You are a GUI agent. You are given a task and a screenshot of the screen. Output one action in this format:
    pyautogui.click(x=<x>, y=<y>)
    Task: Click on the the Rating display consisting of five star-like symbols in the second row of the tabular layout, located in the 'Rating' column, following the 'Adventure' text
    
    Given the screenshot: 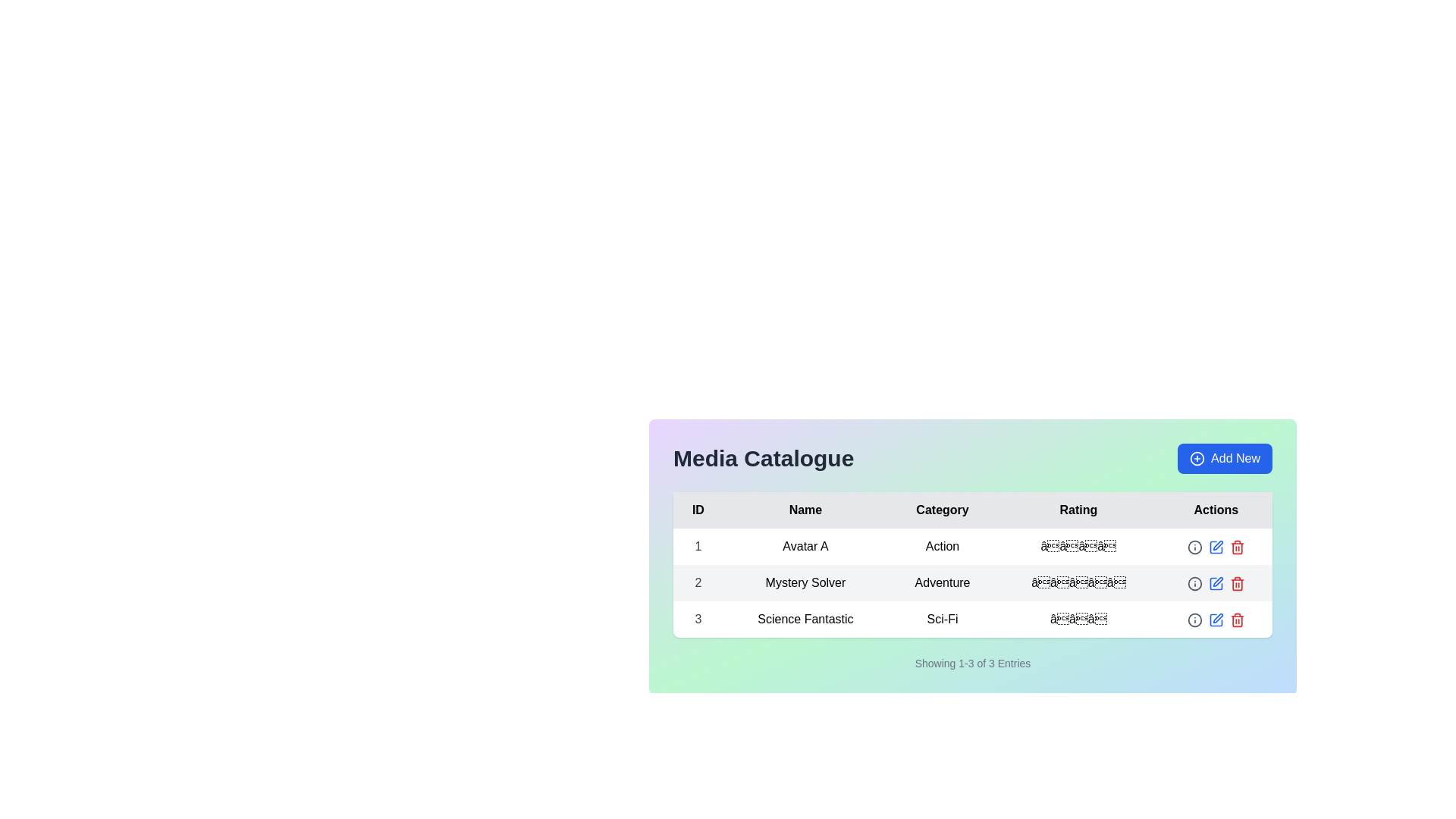 What is the action you would take?
    pyautogui.click(x=1078, y=582)
    